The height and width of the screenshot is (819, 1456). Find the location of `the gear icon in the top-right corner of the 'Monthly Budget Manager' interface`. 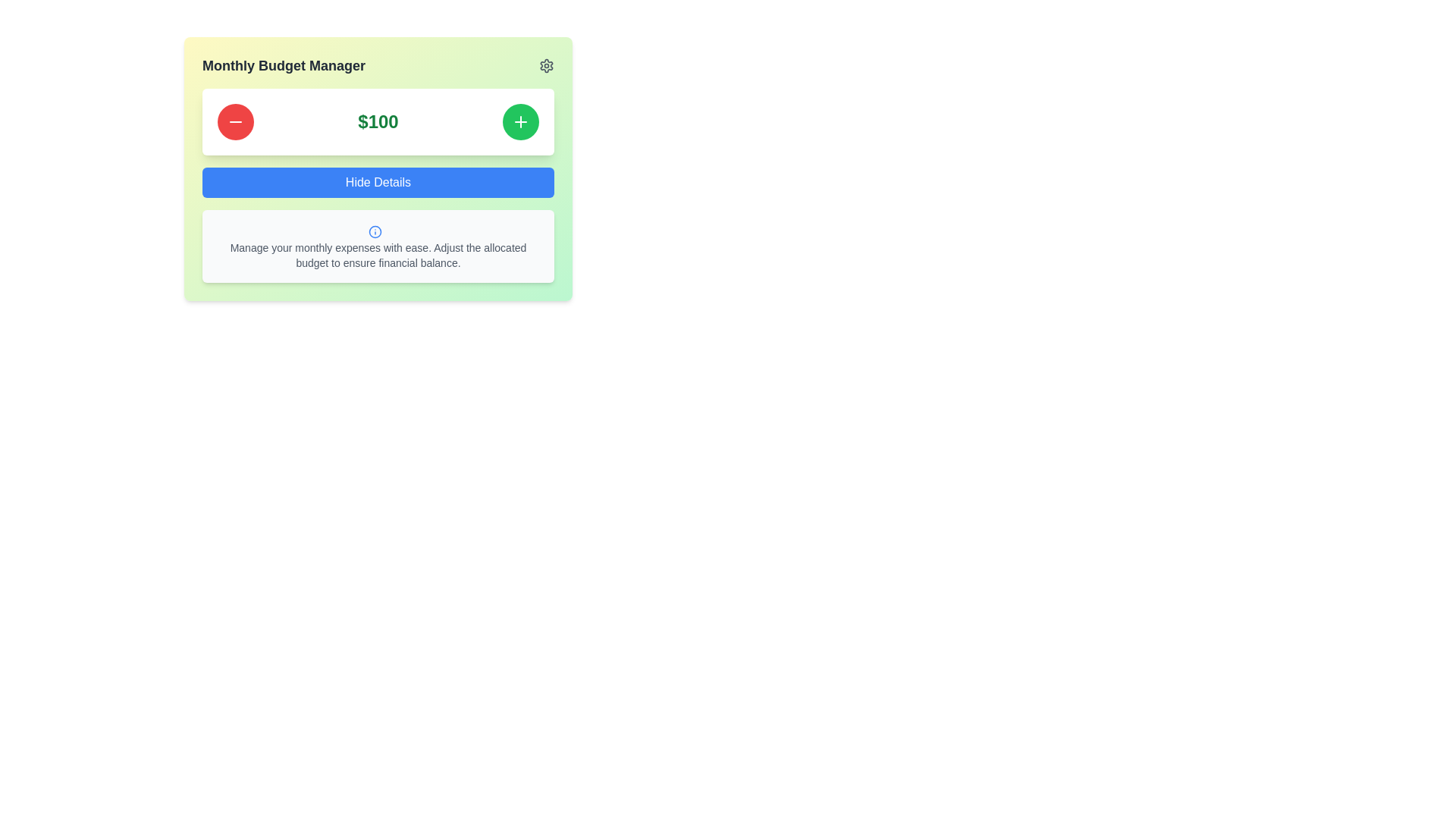

the gear icon in the top-right corner of the 'Monthly Budget Manager' interface is located at coordinates (546, 65).